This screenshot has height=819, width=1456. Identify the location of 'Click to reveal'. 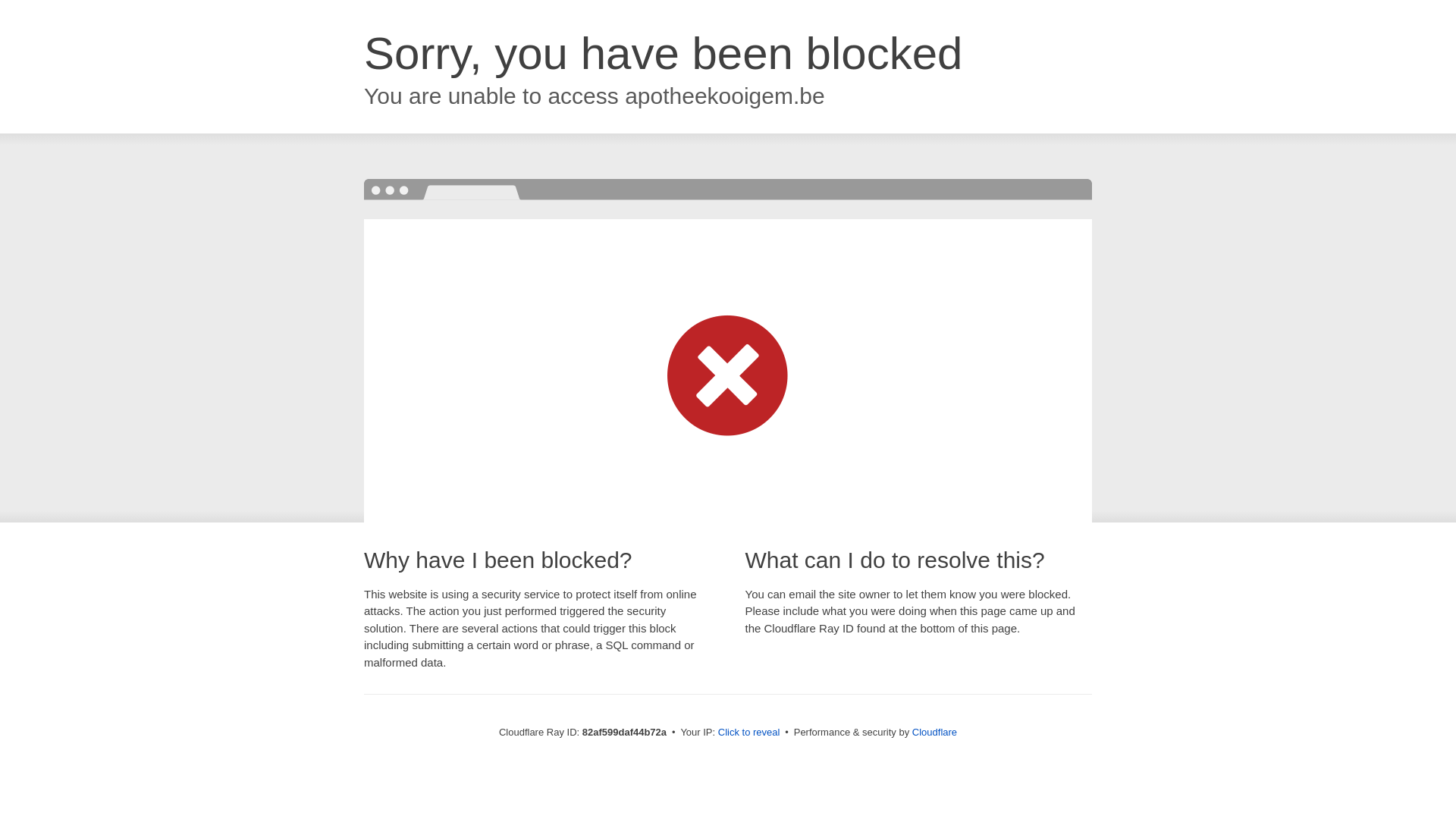
(749, 731).